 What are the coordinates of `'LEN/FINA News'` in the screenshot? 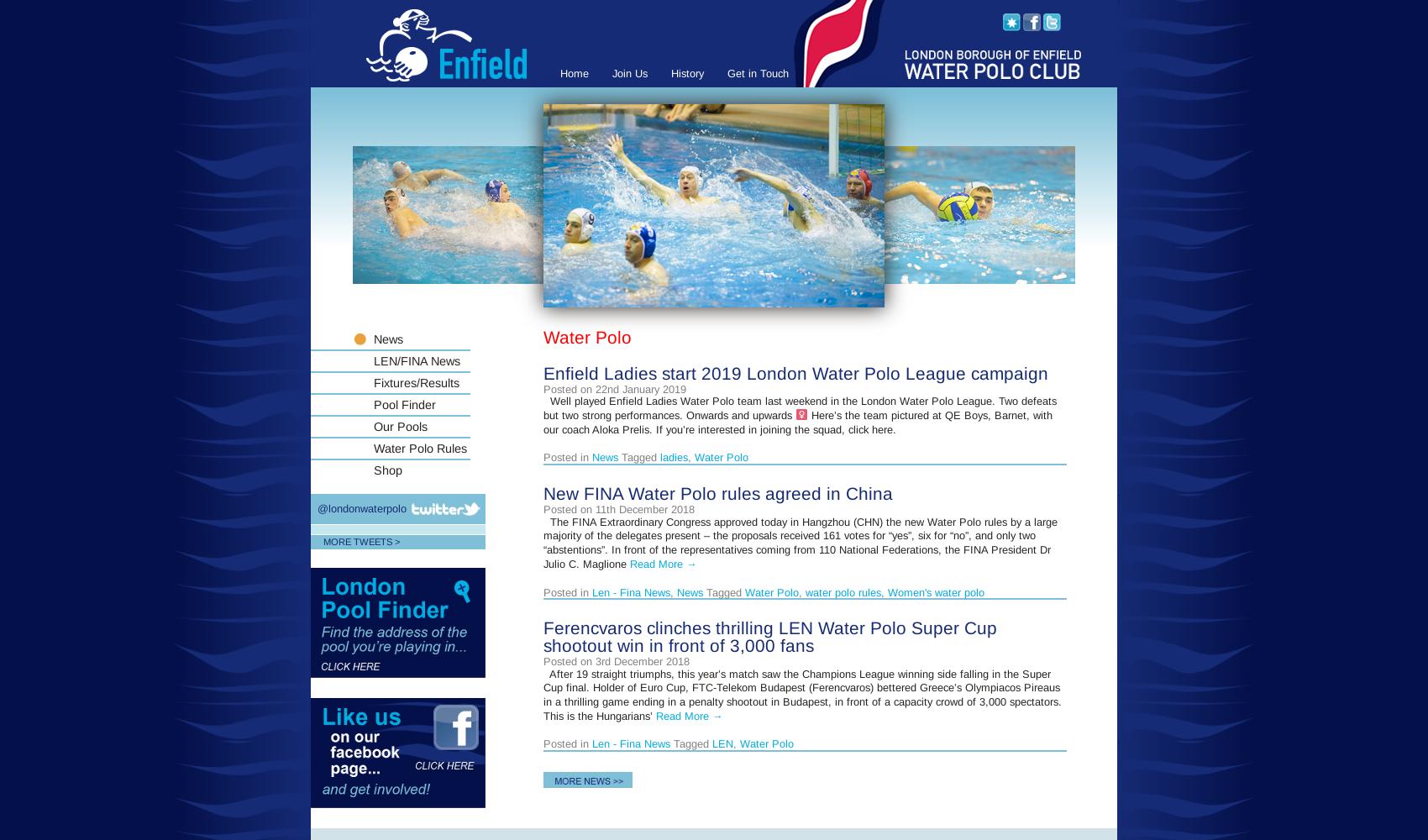 It's located at (417, 361).